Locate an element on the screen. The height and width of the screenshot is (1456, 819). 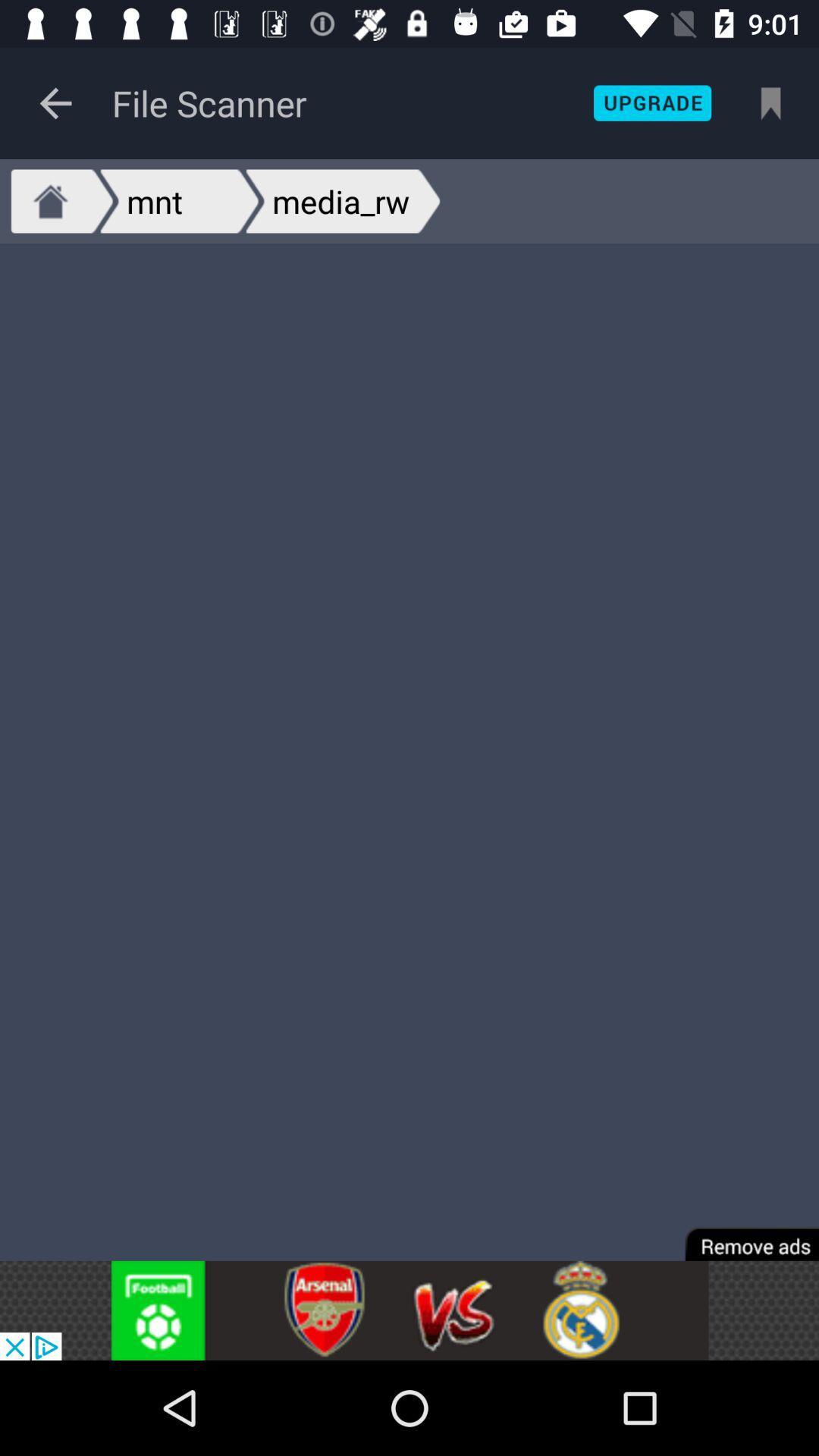
upgrade is located at coordinates (651, 102).